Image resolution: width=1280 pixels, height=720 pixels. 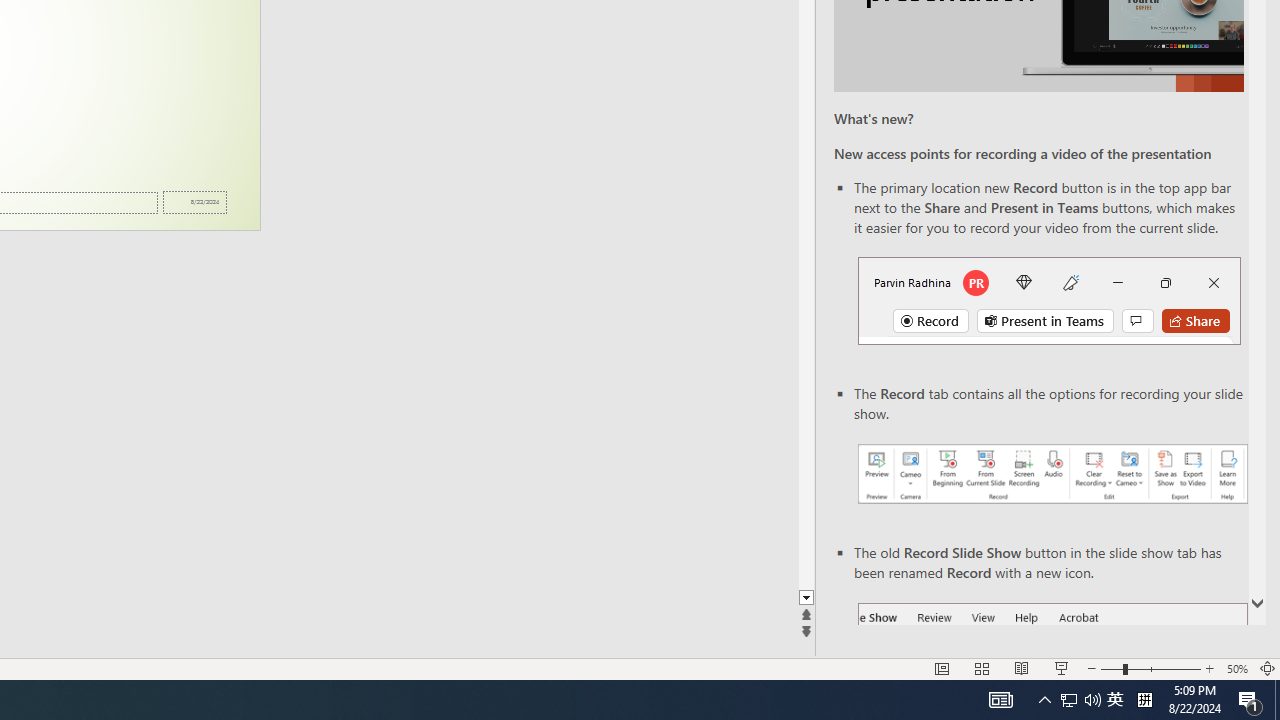 I want to click on 'Date', so click(x=194, y=202).